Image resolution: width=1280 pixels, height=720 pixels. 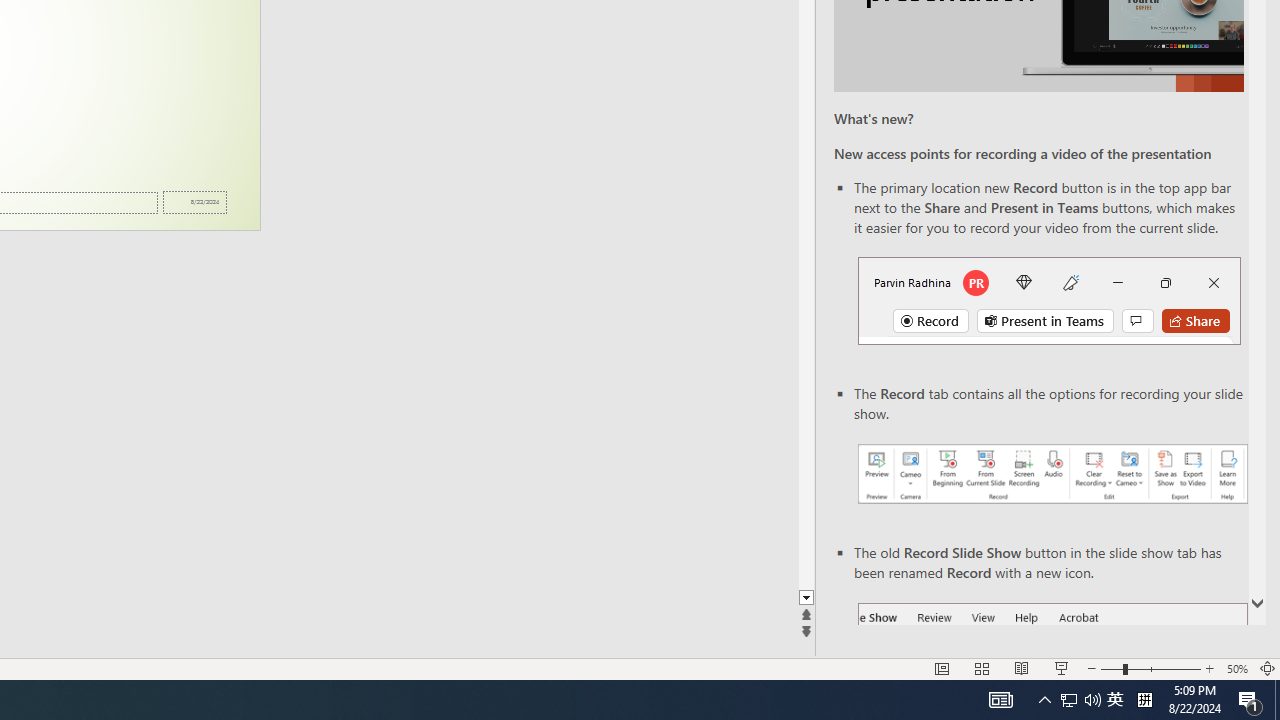 I want to click on 'Date', so click(x=194, y=202).